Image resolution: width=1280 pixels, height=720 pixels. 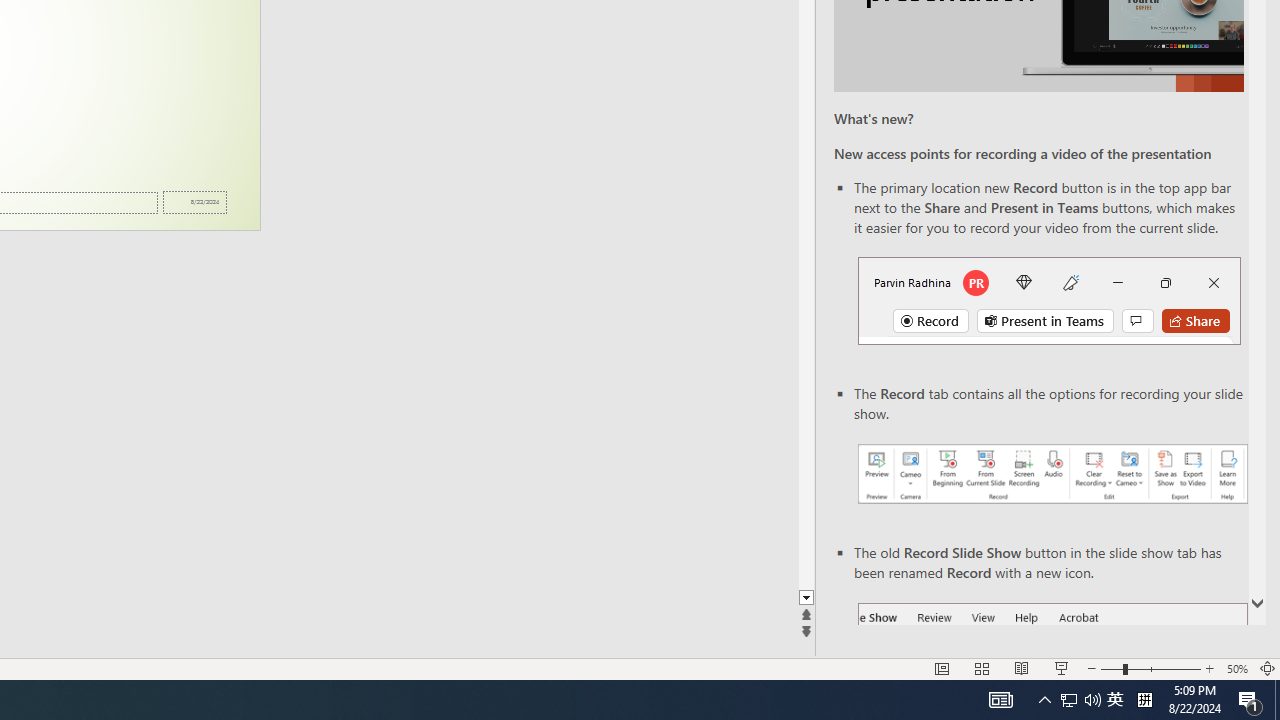 I want to click on 'Date', so click(x=194, y=202).